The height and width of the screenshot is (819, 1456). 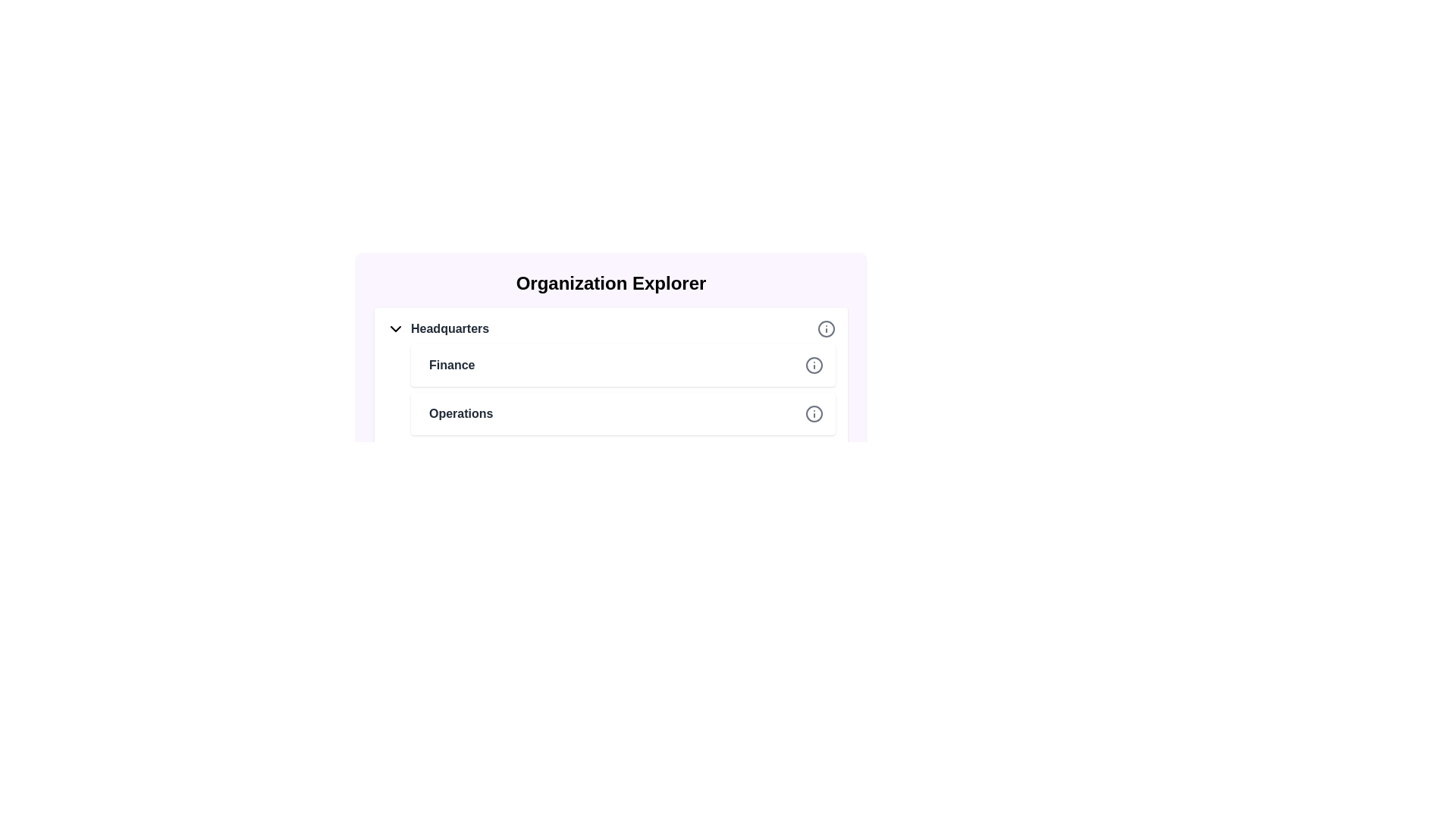 What do you see at coordinates (814, 414) in the screenshot?
I see `the icon located at the rightmost side of the 'Operations' row` at bounding box center [814, 414].